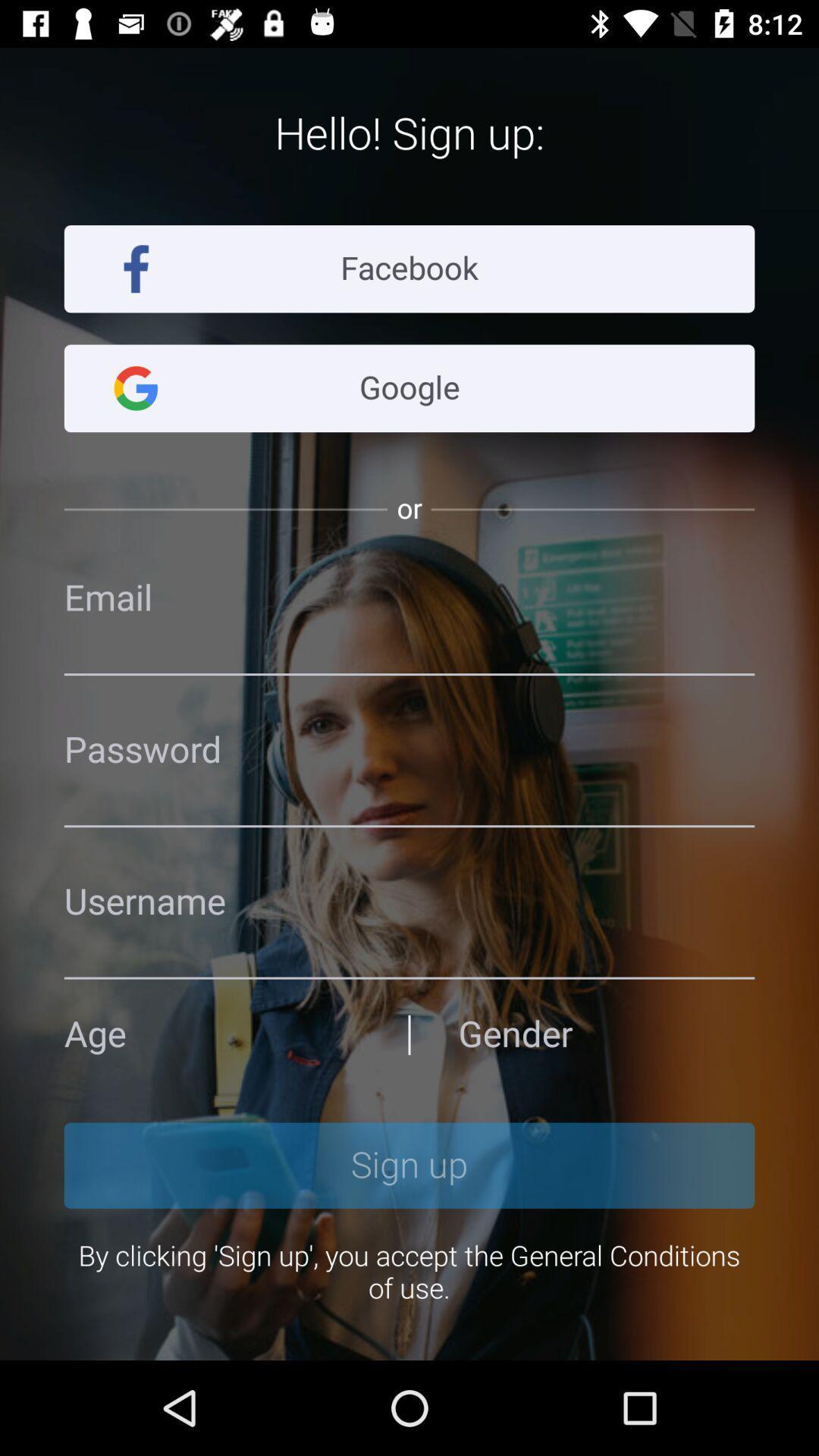  Describe the element at coordinates (212, 1034) in the screenshot. I see `age` at that location.